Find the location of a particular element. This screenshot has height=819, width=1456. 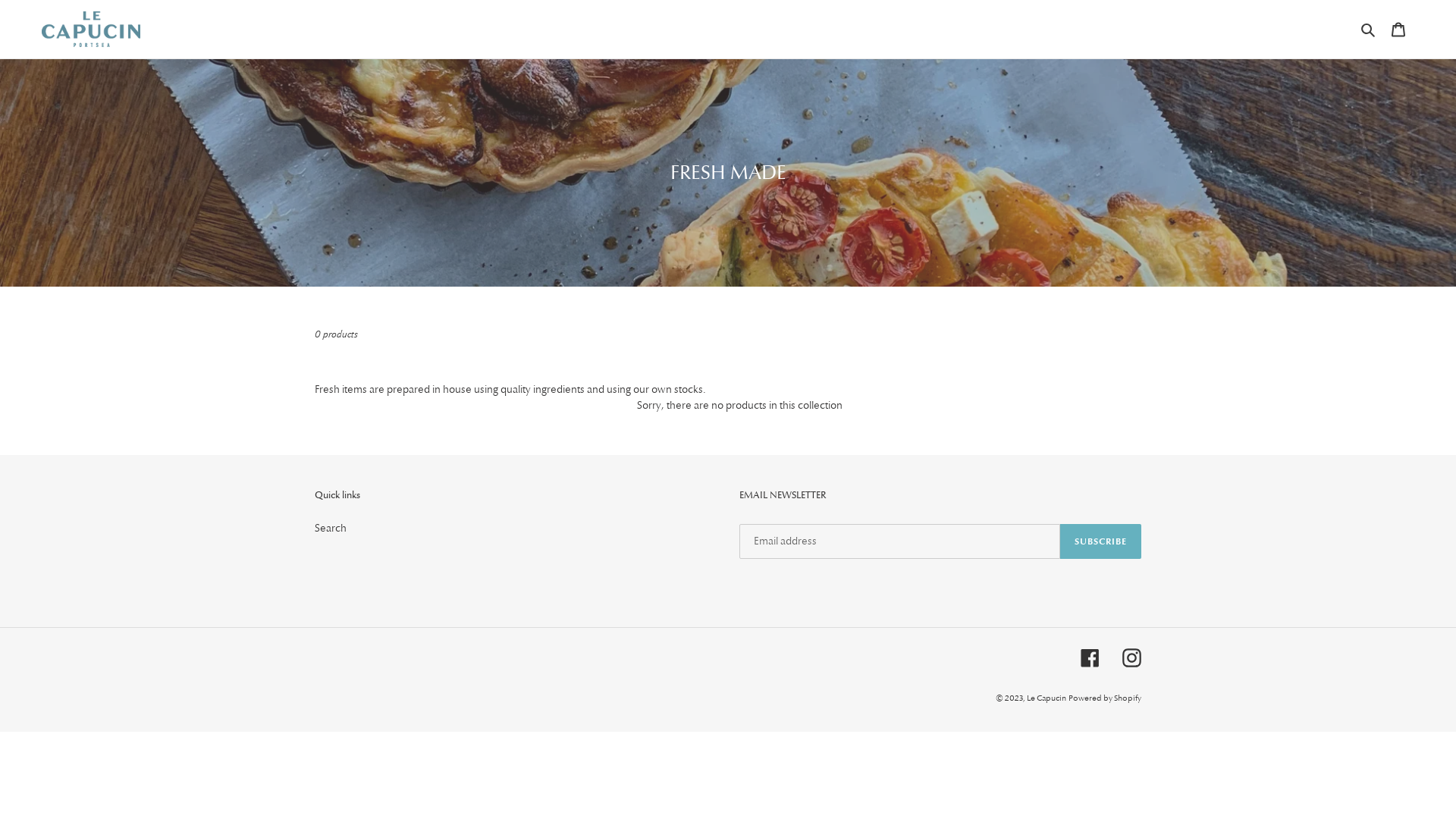

'Instagram' is located at coordinates (1131, 657).